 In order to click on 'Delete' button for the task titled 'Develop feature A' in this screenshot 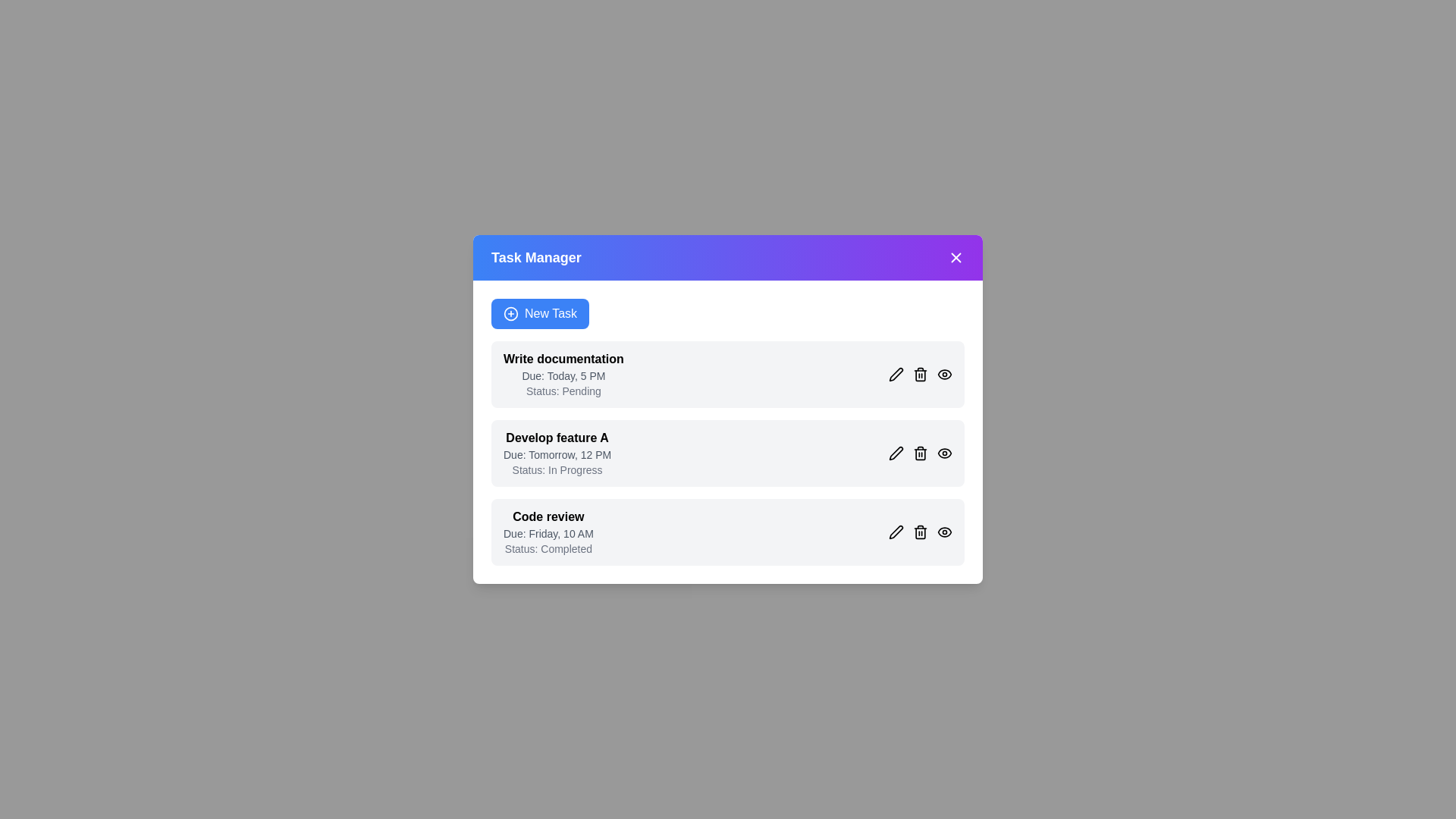, I will do `click(920, 452)`.